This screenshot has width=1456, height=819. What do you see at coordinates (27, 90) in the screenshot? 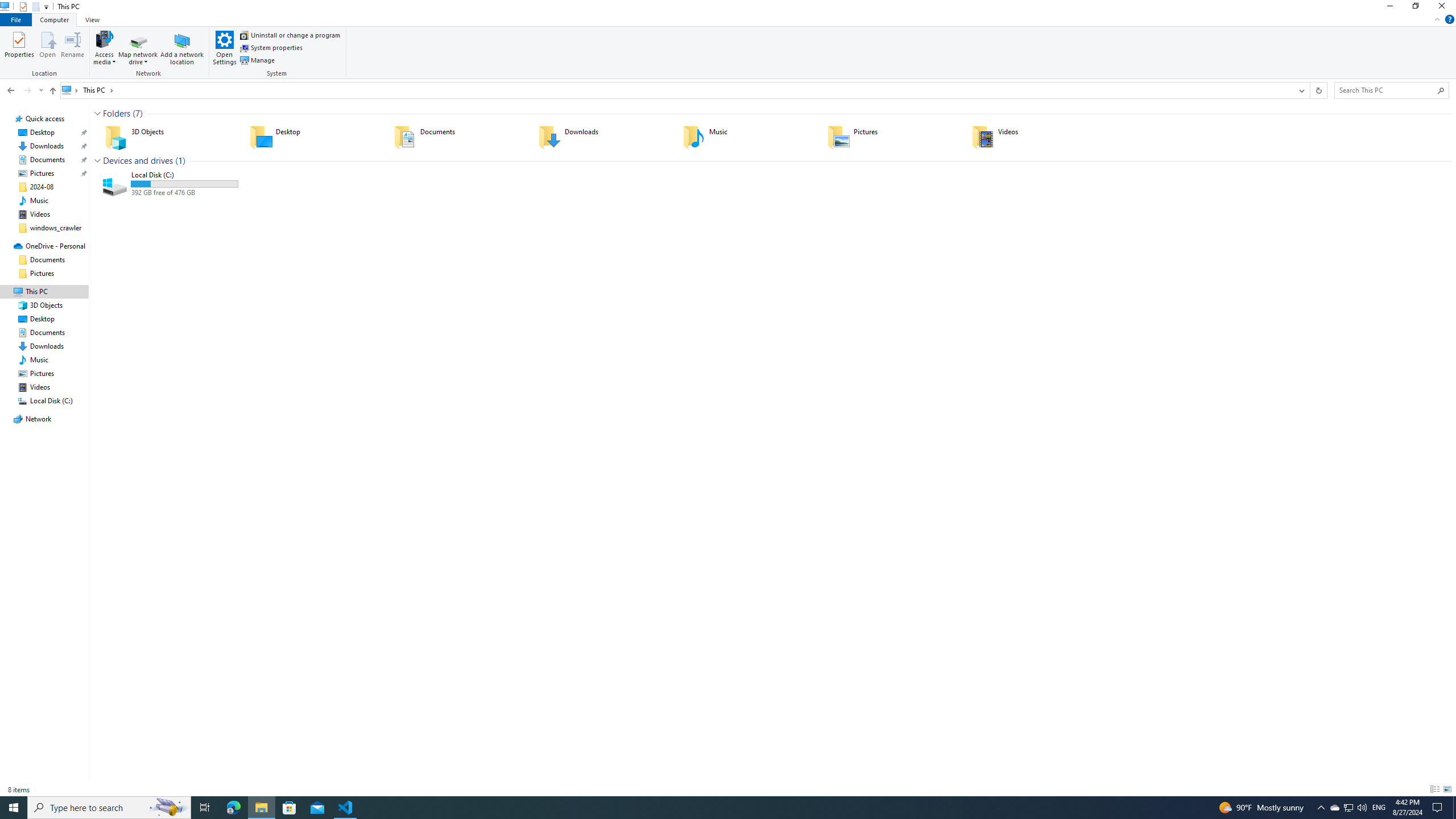
I see `'Forward (Alt + Right Arrow)'` at bounding box center [27, 90].